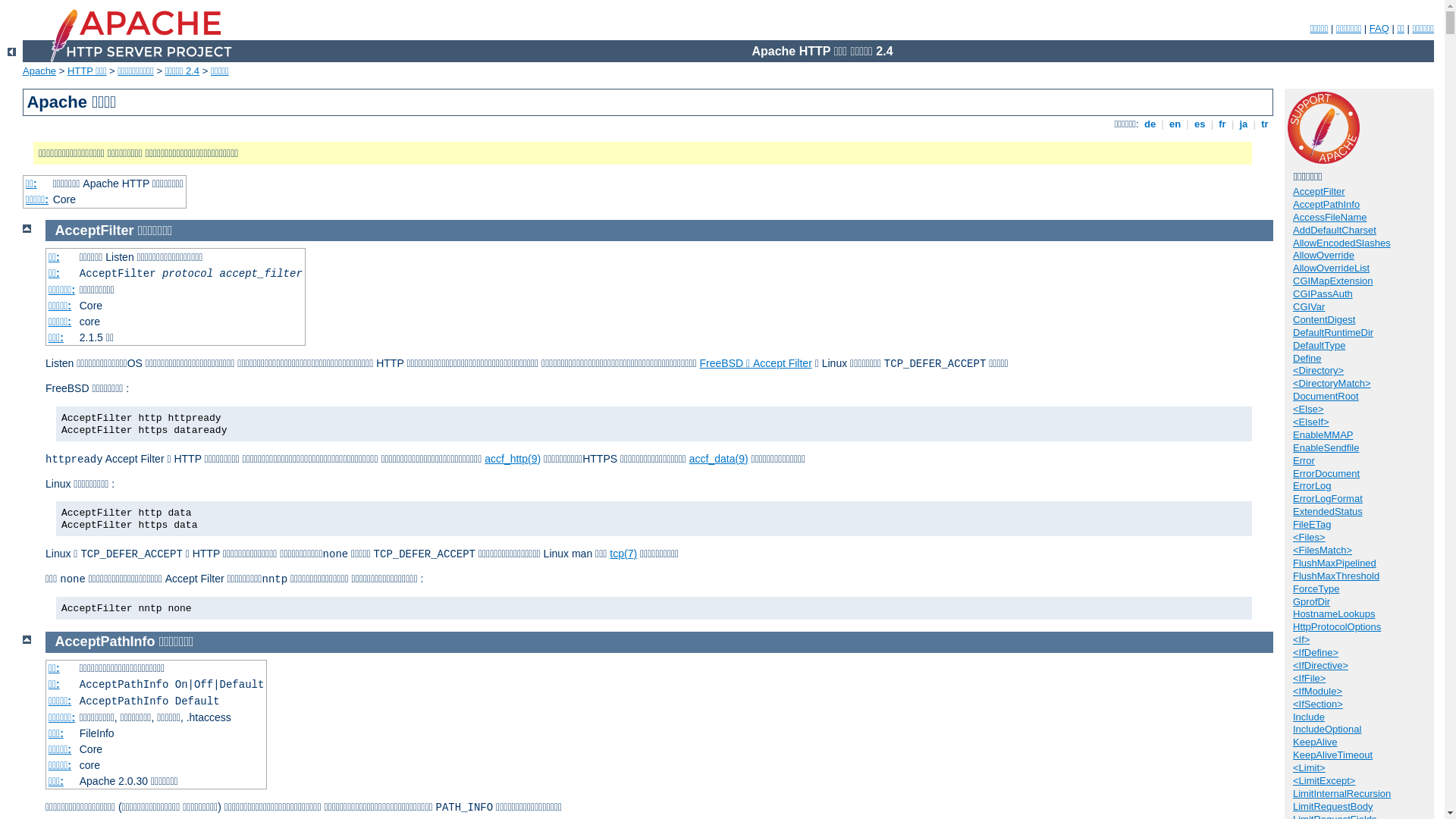 The width and height of the screenshot is (1456, 819). What do you see at coordinates (39, 71) in the screenshot?
I see `'Apache'` at bounding box center [39, 71].